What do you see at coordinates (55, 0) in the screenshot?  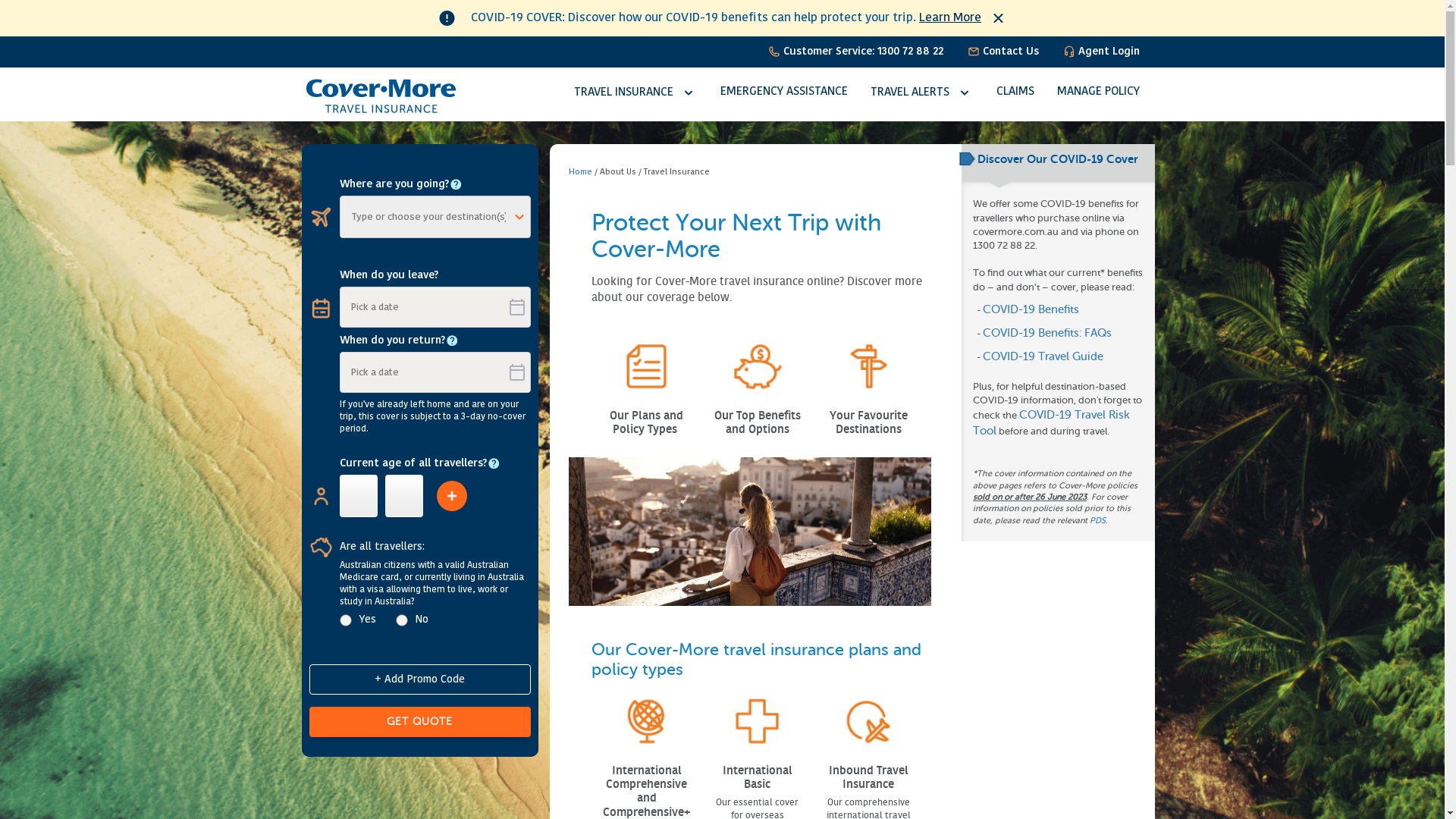 I see `'Skip to main content'` at bounding box center [55, 0].